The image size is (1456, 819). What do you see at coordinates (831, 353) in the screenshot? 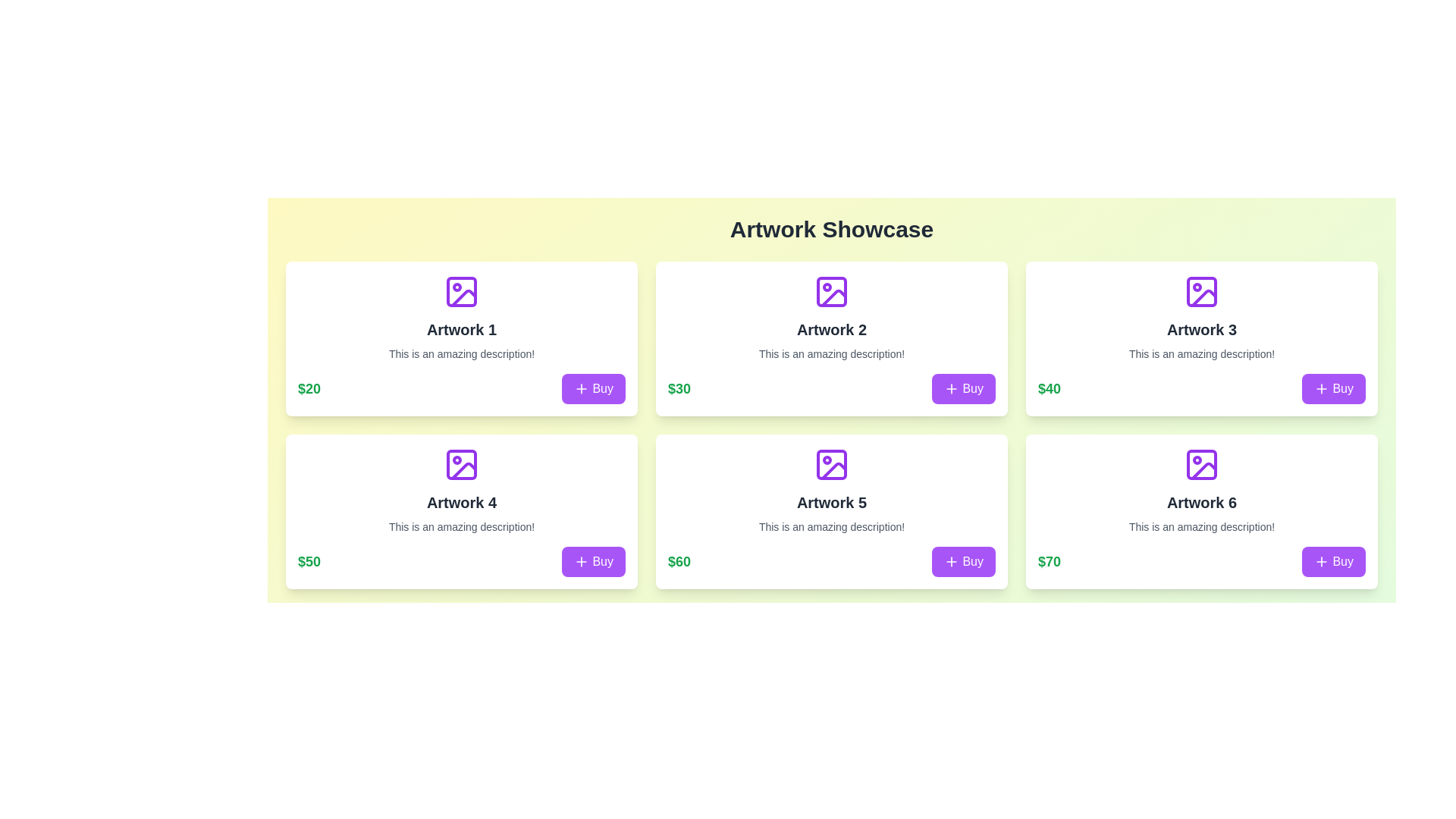
I see `the text label that reads 'This is an amazing description!' located below the title 'Artwork 2' in the second card of the grid layout` at bounding box center [831, 353].